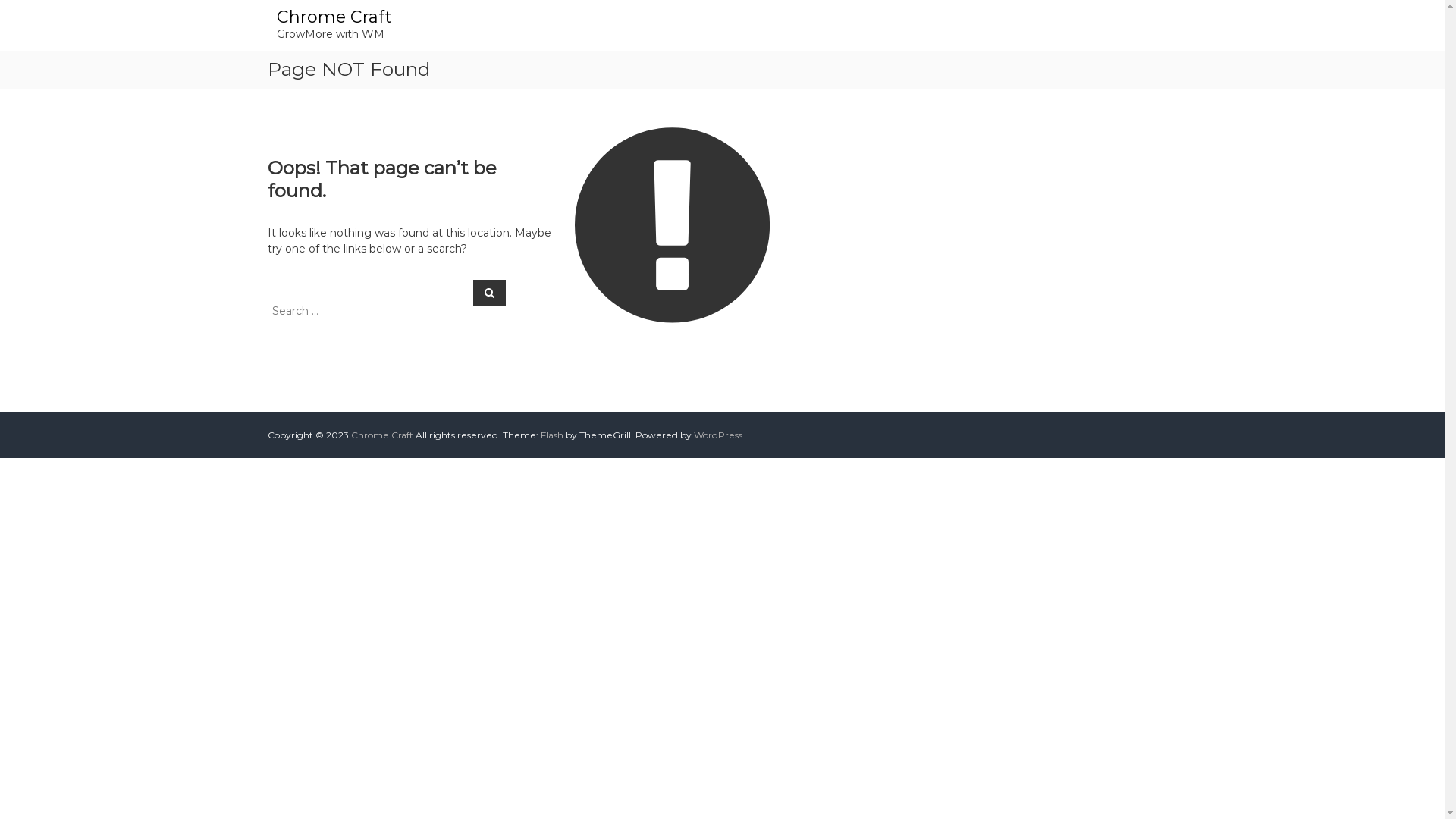  Describe the element at coordinates (716, 435) in the screenshot. I see `'WordPress'` at that location.